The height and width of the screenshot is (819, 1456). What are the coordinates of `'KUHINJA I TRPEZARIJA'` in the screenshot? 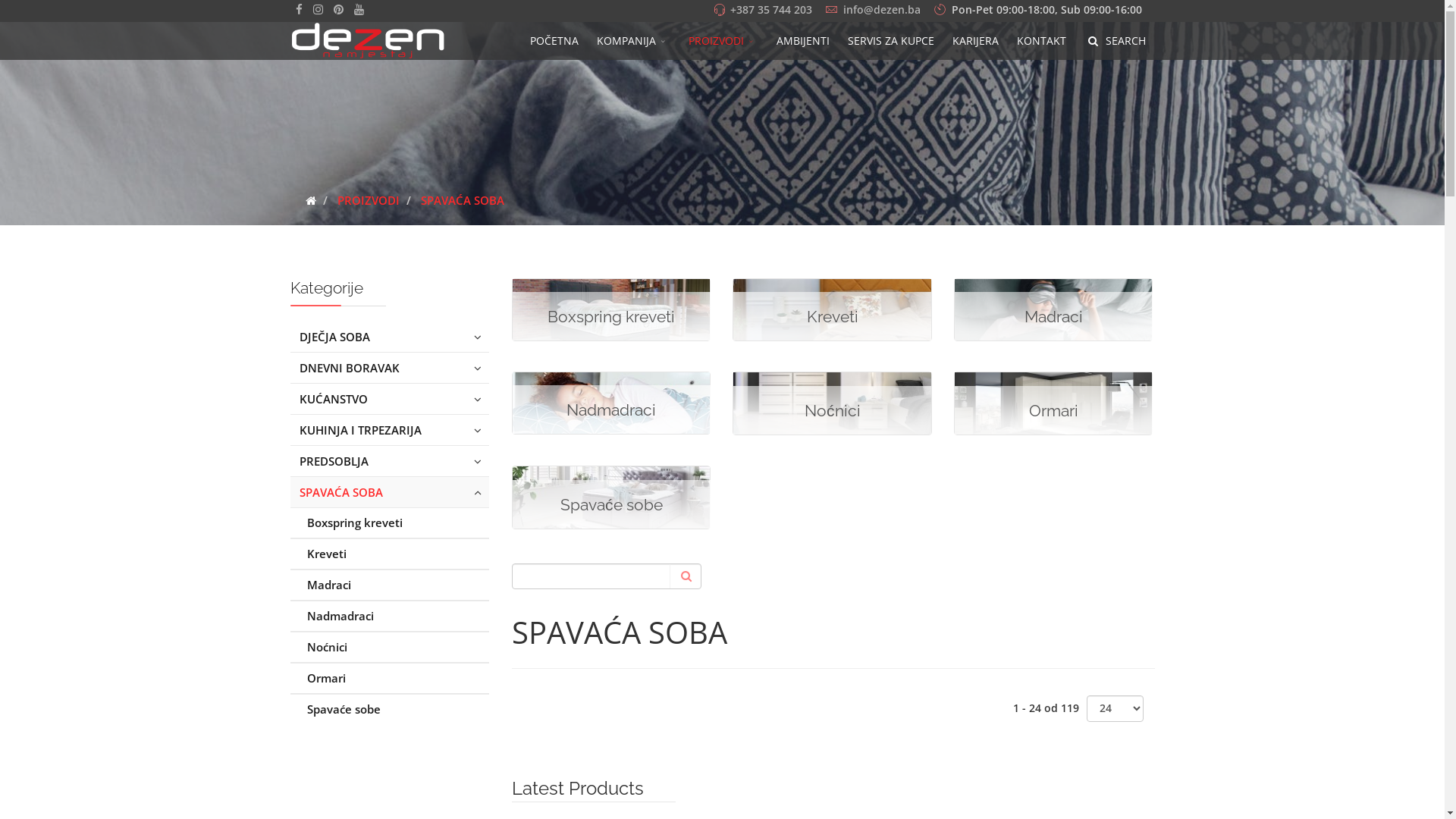 It's located at (389, 430).